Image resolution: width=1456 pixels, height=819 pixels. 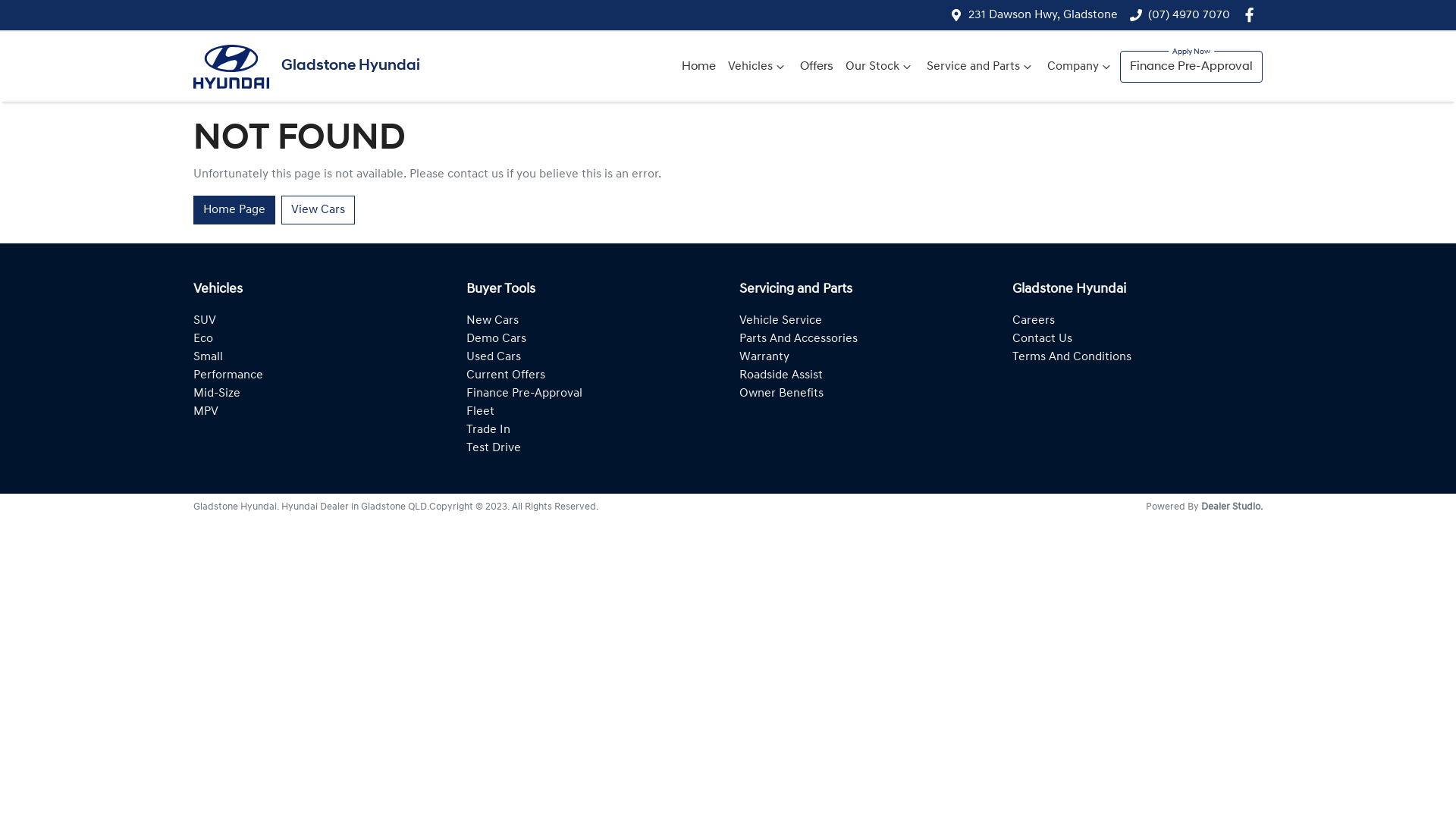 I want to click on '(07) 4970 7070', so click(x=1188, y=14).